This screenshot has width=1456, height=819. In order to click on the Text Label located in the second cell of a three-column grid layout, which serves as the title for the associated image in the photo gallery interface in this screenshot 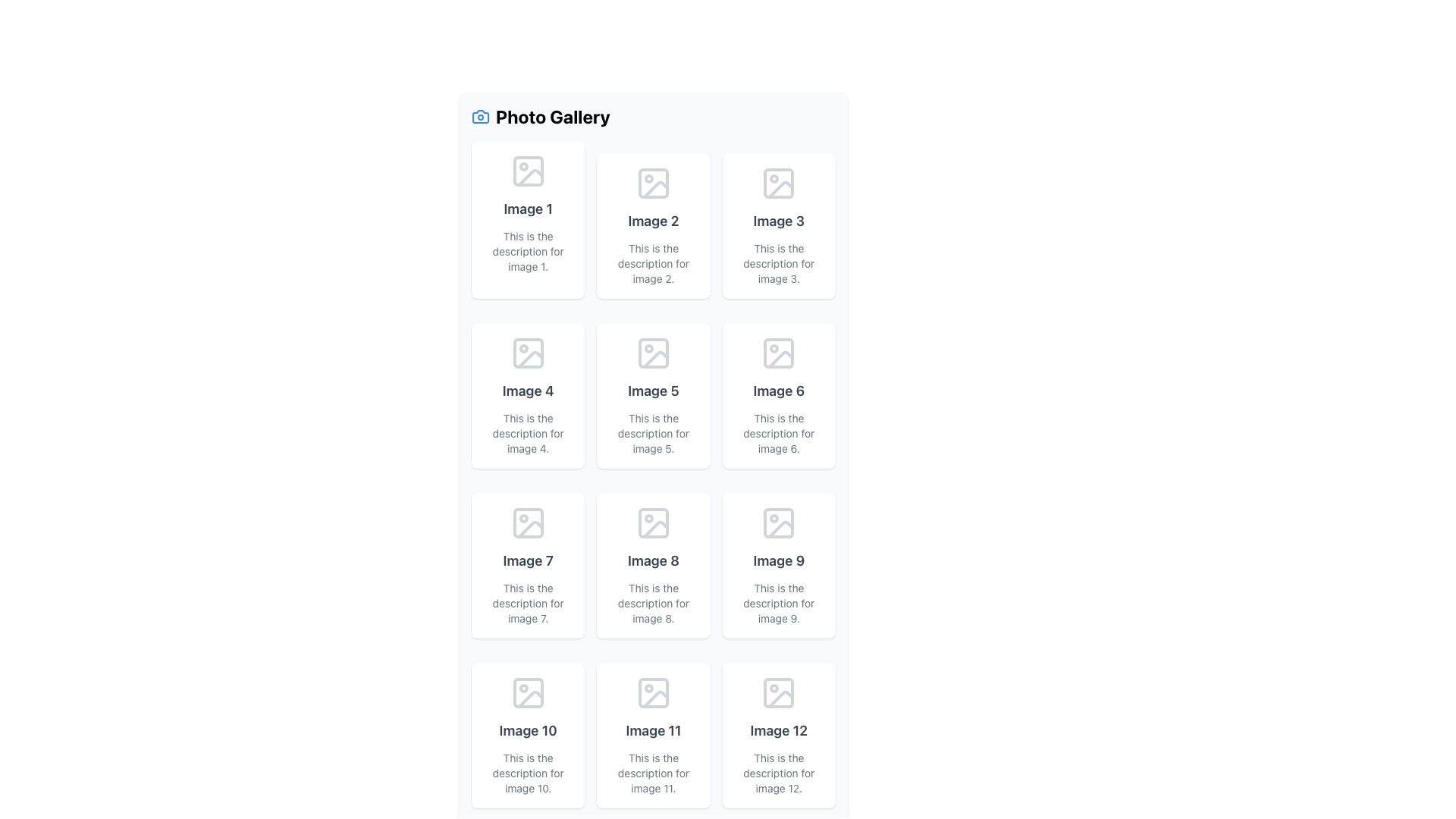, I will do `click(653, 221)`.